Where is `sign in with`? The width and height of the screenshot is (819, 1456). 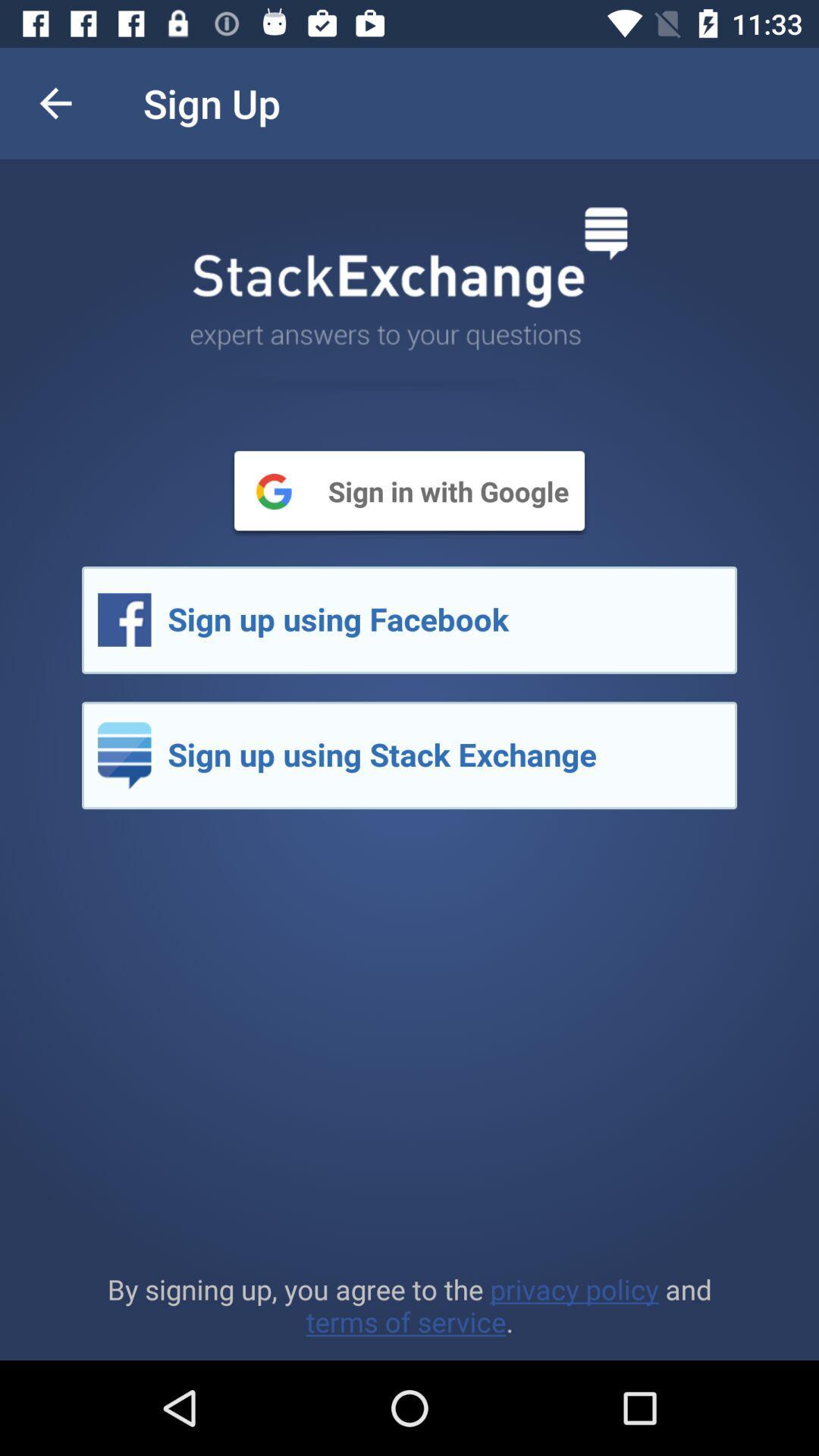 sign in with is located at coordinates (409, 491).